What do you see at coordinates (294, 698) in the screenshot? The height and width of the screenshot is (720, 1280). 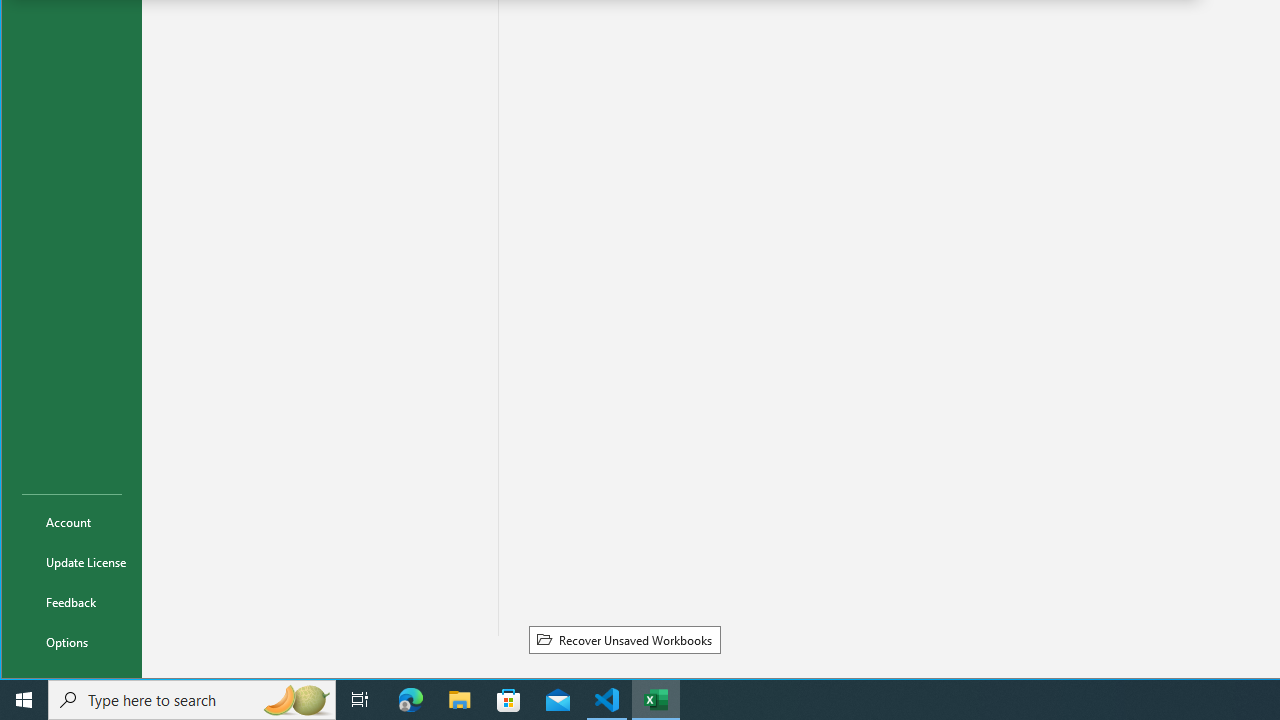 I see `'Search highlights icon opens search home window'` at bounding box center [294, 698].